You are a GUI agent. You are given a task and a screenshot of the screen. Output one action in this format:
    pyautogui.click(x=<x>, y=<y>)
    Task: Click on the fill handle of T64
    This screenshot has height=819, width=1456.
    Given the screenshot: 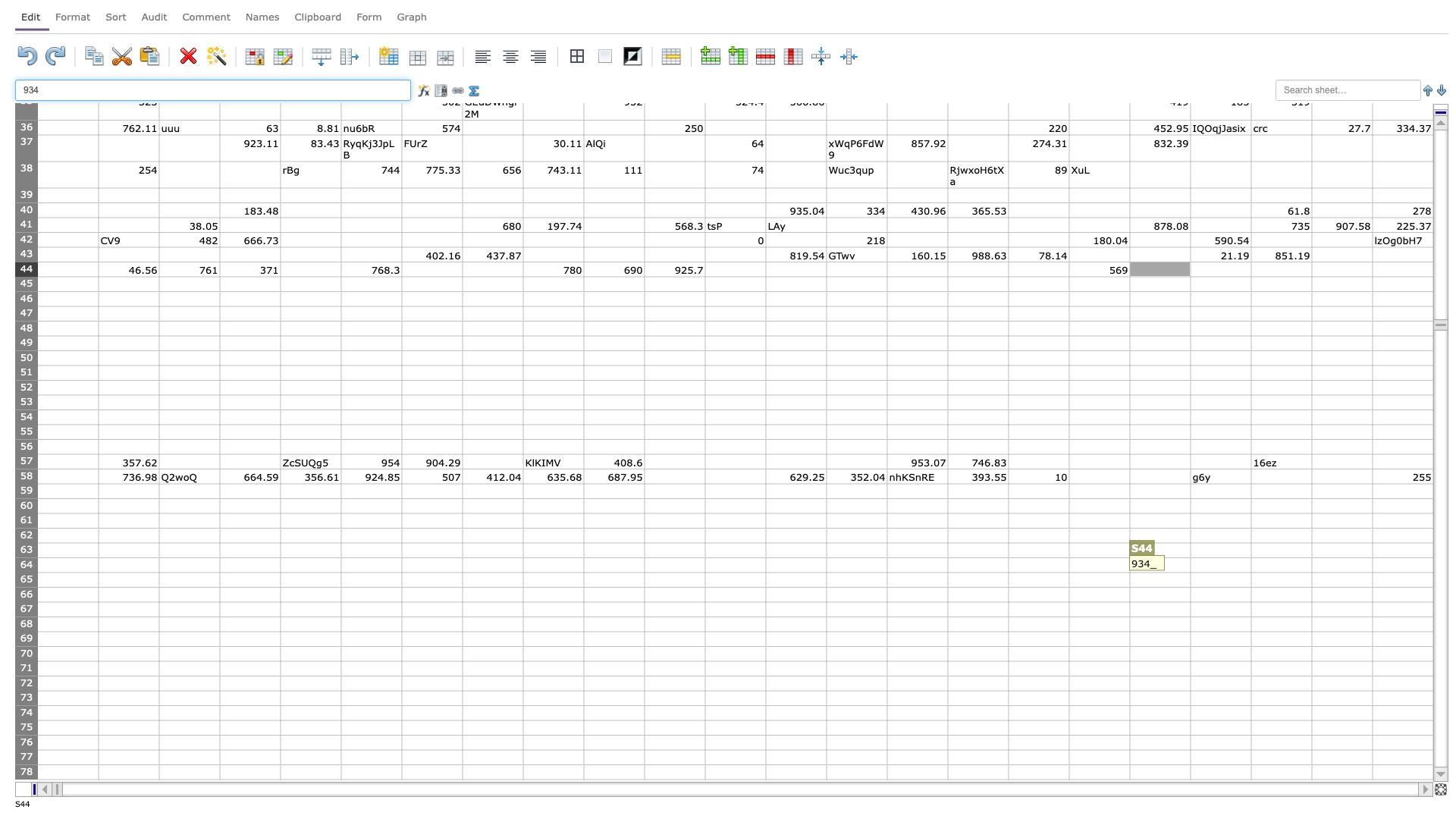 What is the action you would take?
    pyautogui.click(x=1251, y=573)
    